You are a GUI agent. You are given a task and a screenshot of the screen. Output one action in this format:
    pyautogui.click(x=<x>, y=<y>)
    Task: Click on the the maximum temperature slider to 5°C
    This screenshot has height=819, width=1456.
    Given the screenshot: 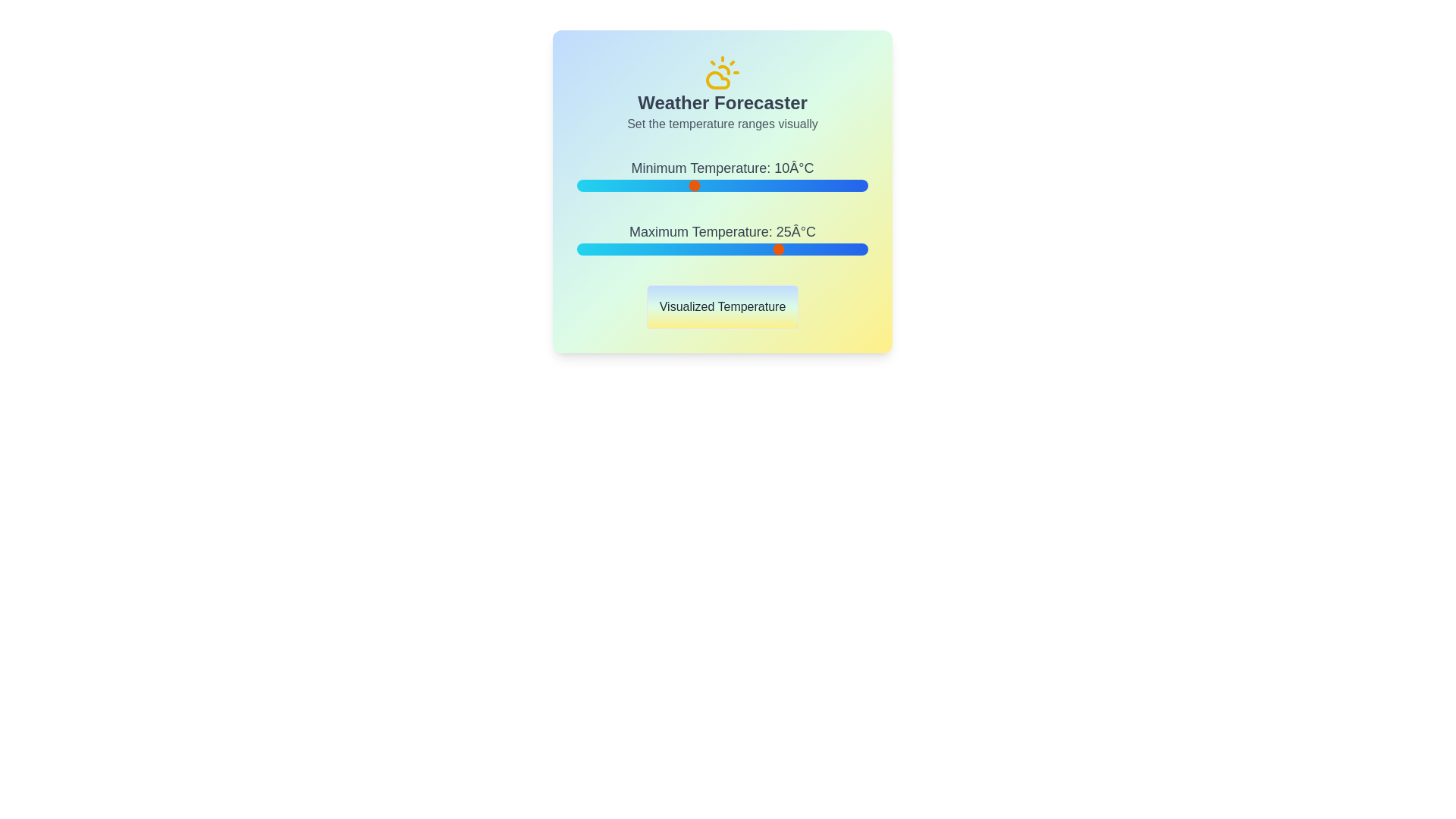 What is the action you would take?
    pyautogui.click(x=664, y=248)
    